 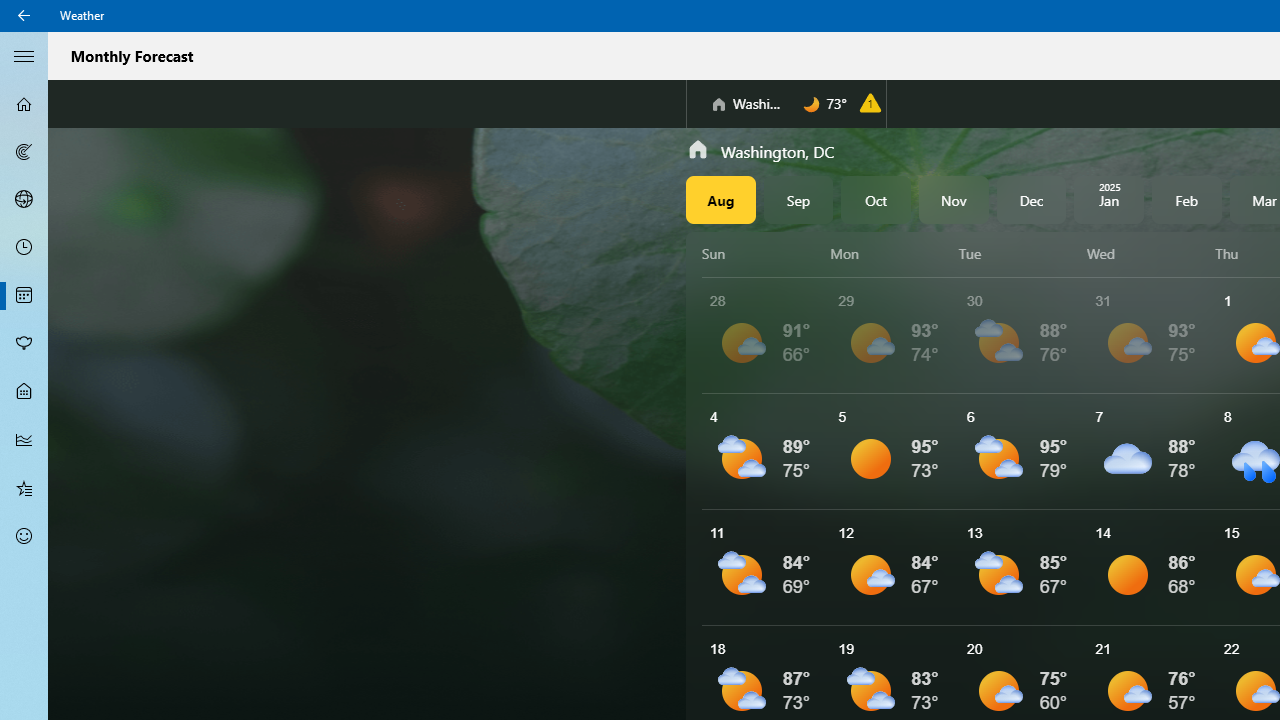 I want to click on 'Pollen - Not Selected', so click(x=24, y=342).